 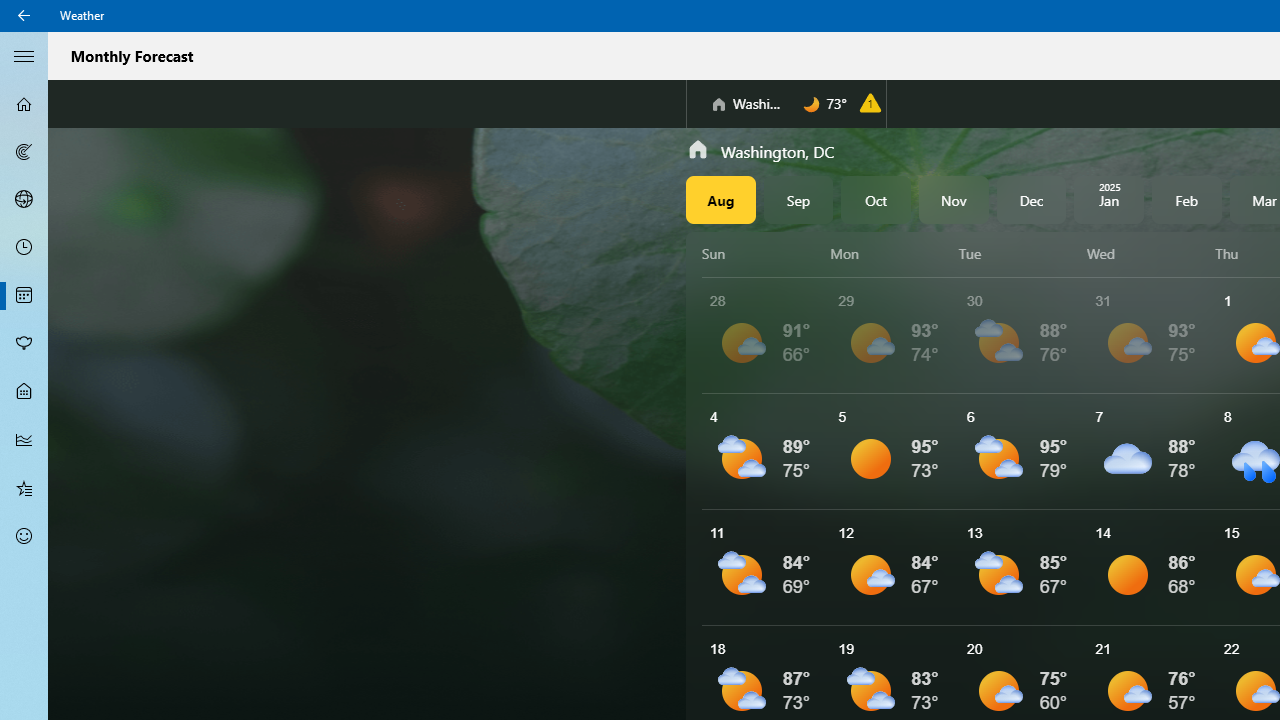 I want to click on 'Pollen - Not Selected', so click(x=24, y=342).